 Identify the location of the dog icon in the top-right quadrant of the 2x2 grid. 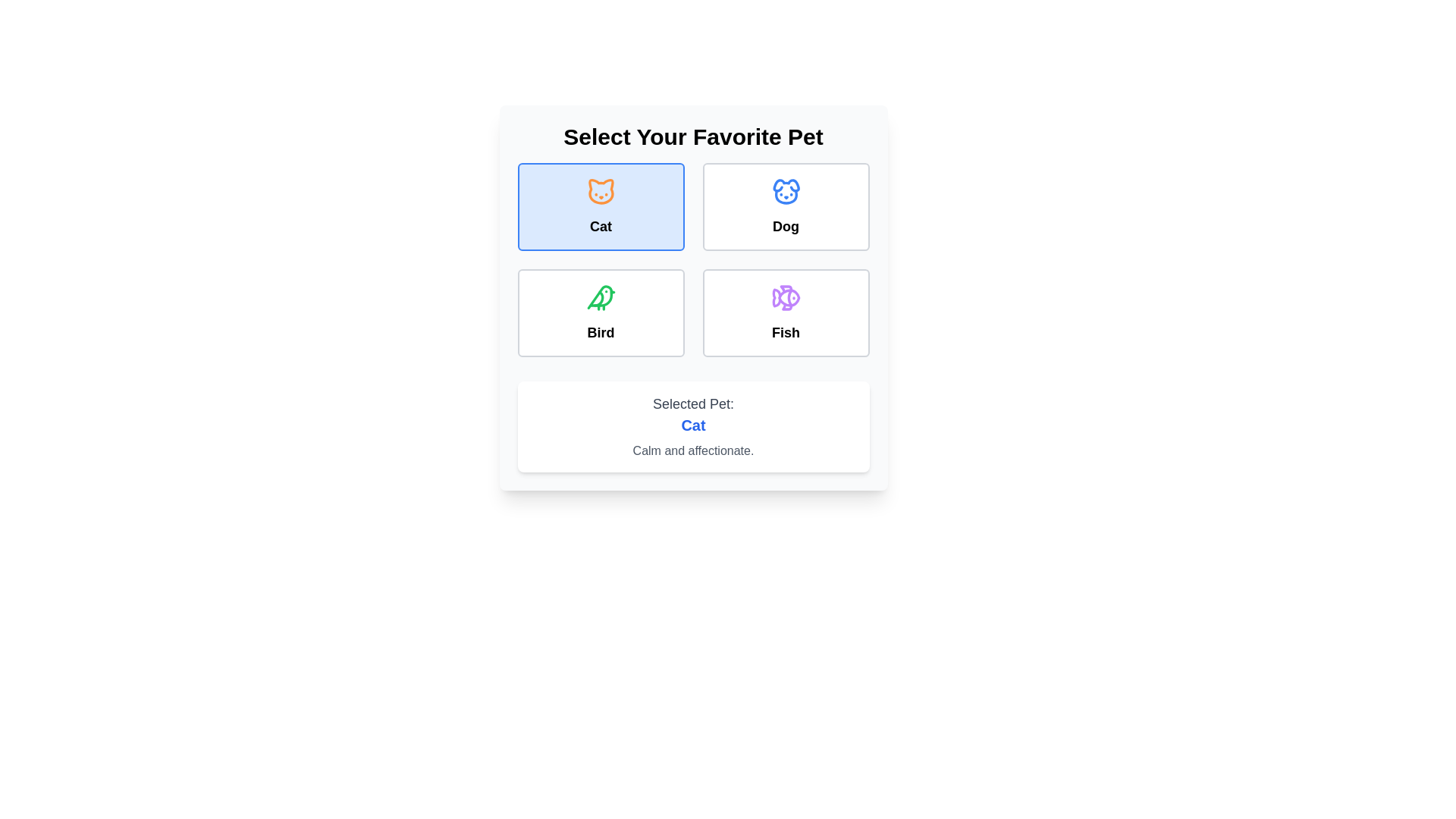
(786, 184).